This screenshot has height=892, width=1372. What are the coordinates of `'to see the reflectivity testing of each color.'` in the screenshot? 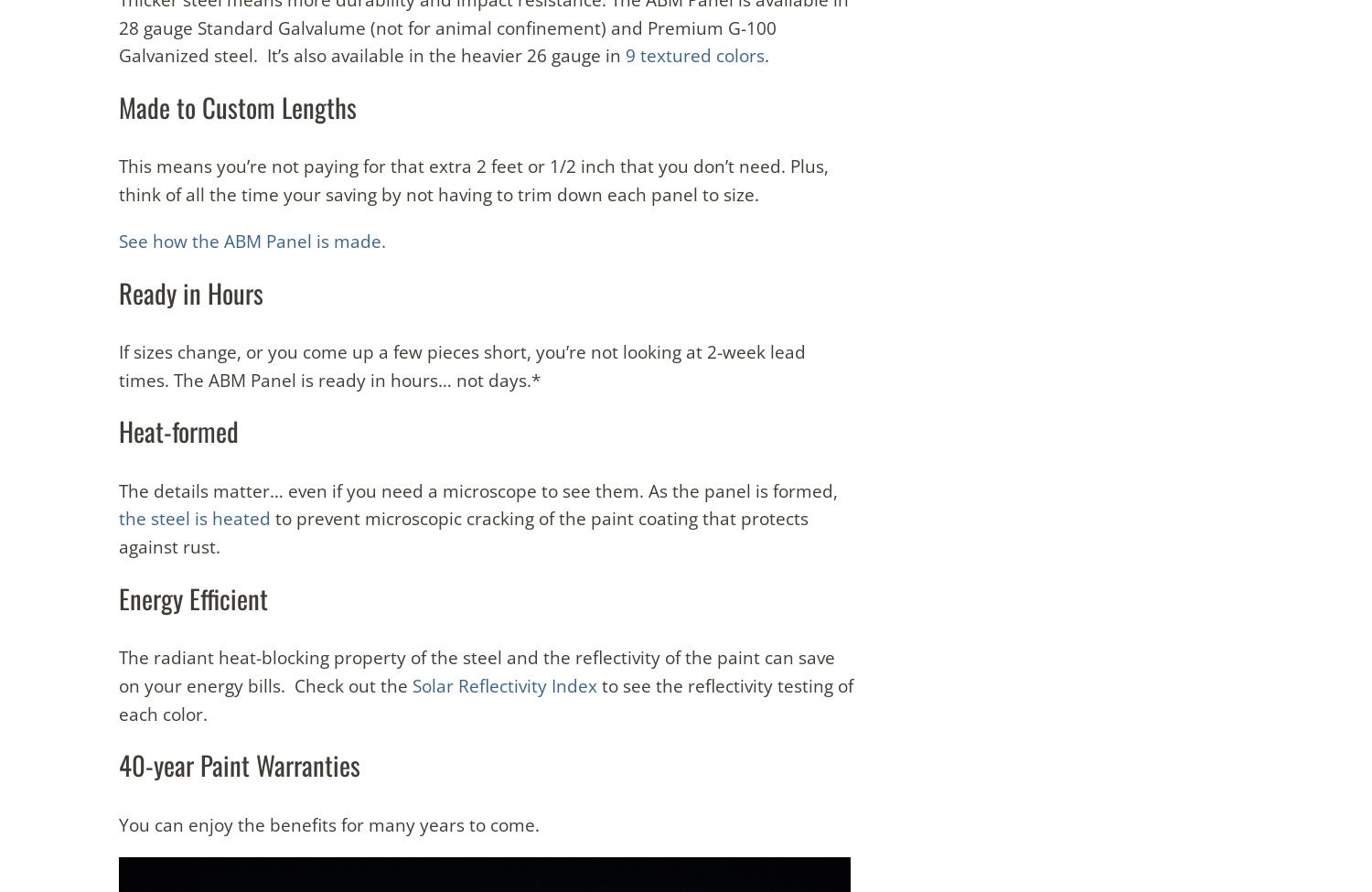 It's located at (486, 698).